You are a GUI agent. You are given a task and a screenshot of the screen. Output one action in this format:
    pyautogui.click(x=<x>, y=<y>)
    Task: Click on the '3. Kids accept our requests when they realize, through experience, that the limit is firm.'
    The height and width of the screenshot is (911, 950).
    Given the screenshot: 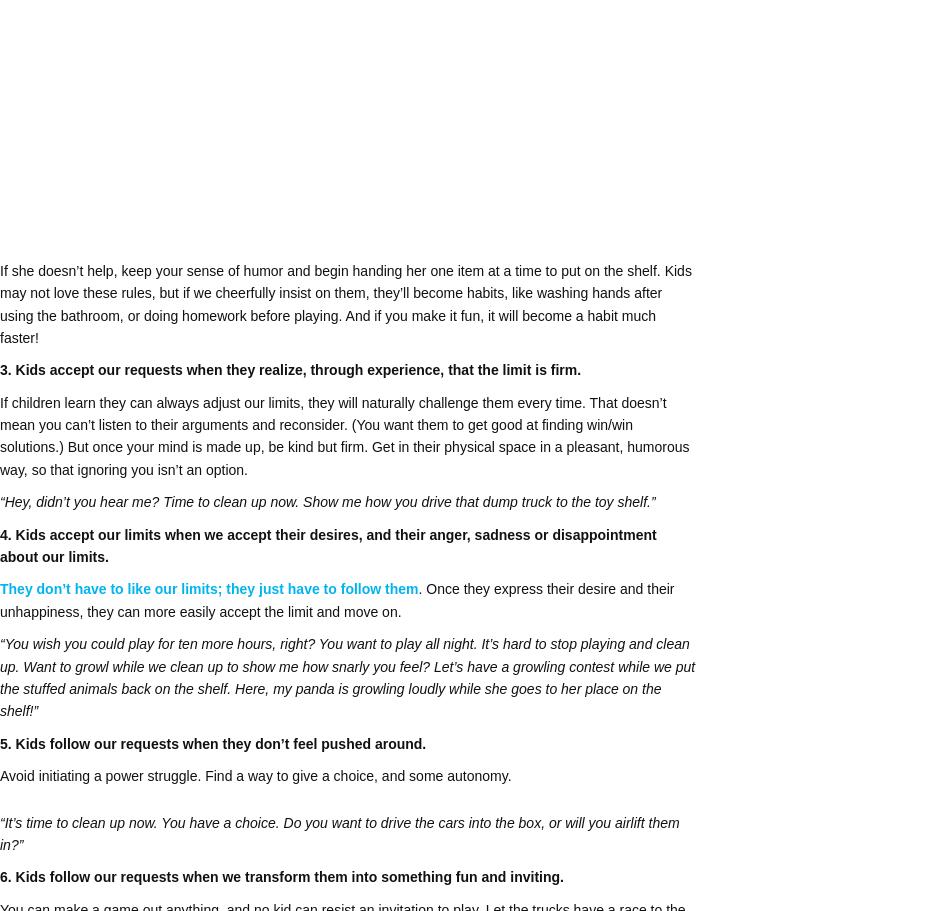 What is the action you would take?
    pyautogui.click(x=289, y=369)
    